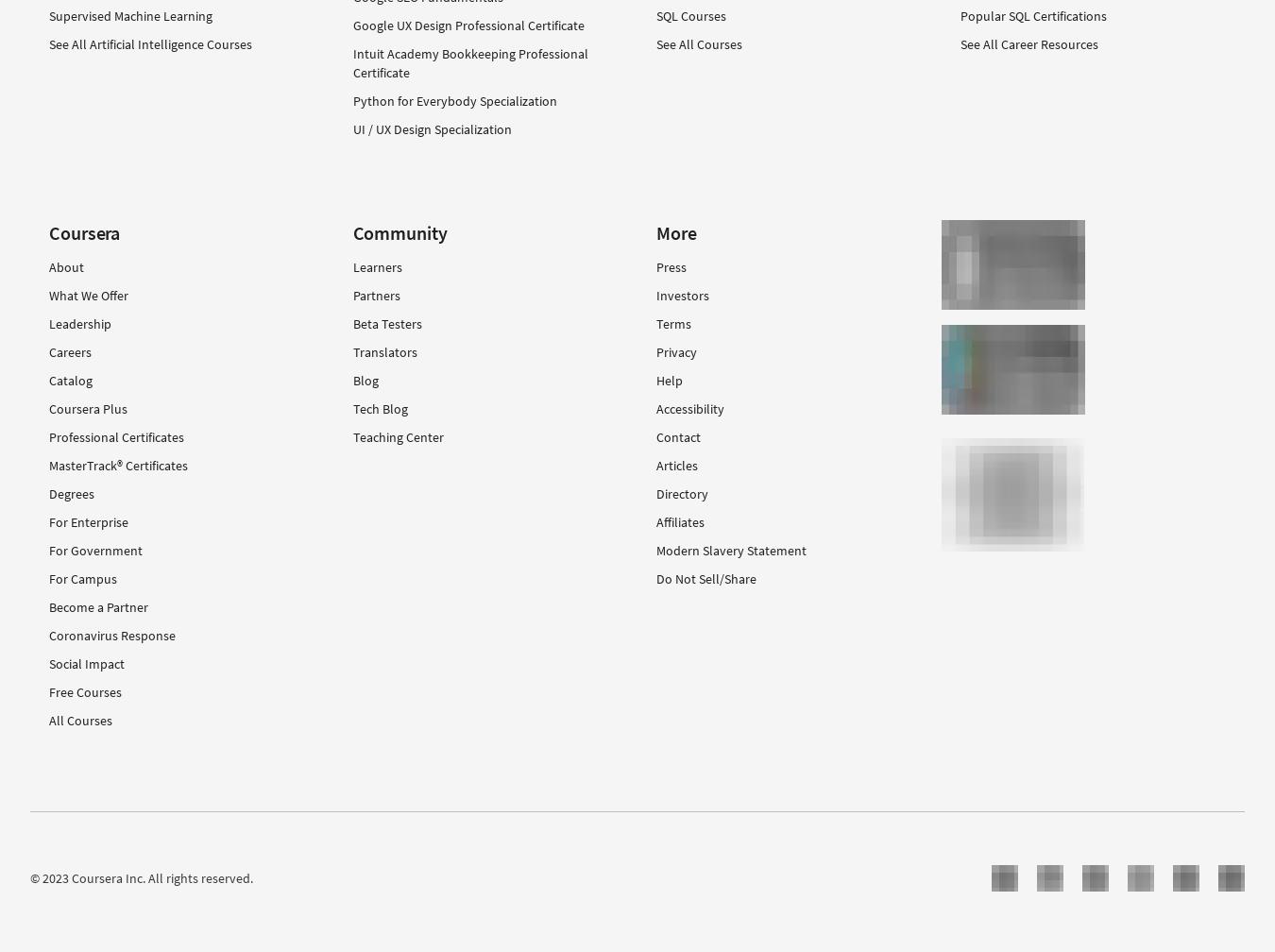  Describe the element at coordinates (689, 408) in the screenshot. I see `'Accessibility'` at that location.